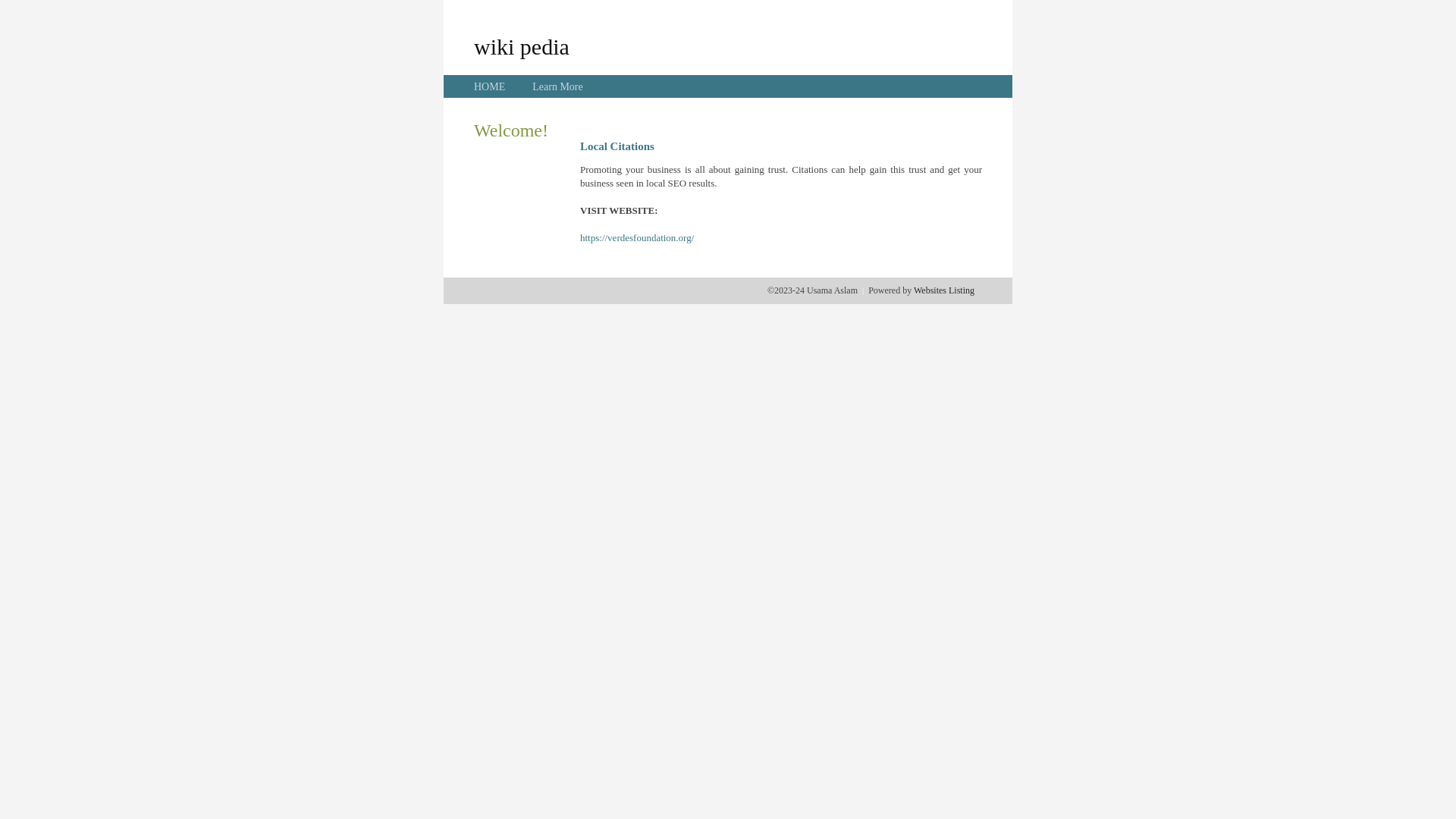 Image resolution: width=1456 pixels, height=819 pixels. I want to click on 'https://verdesfoundation.org/', so click(637, 237).